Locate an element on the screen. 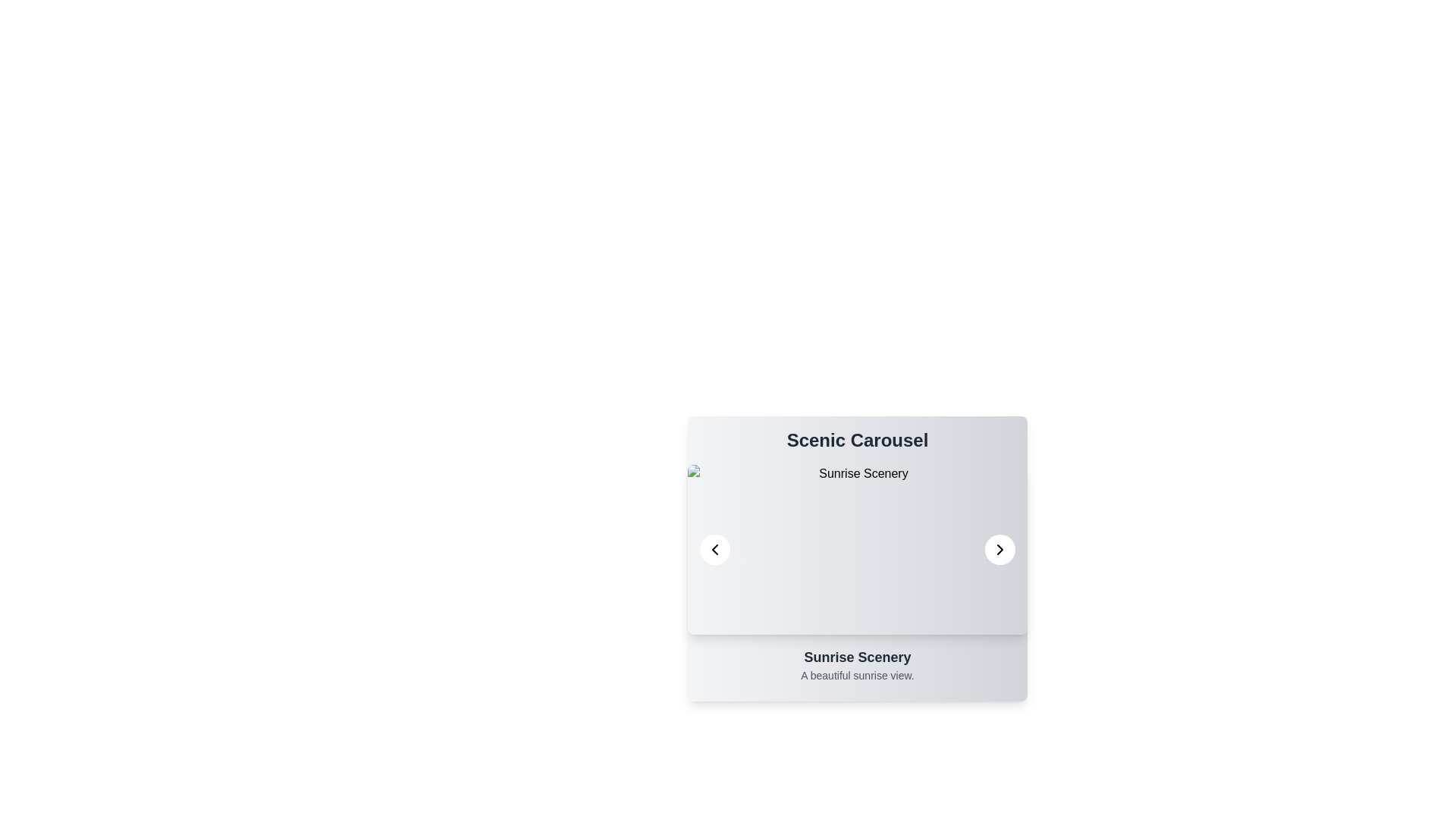  right navigation button to view the next item is located at coordinates (1000, 550).